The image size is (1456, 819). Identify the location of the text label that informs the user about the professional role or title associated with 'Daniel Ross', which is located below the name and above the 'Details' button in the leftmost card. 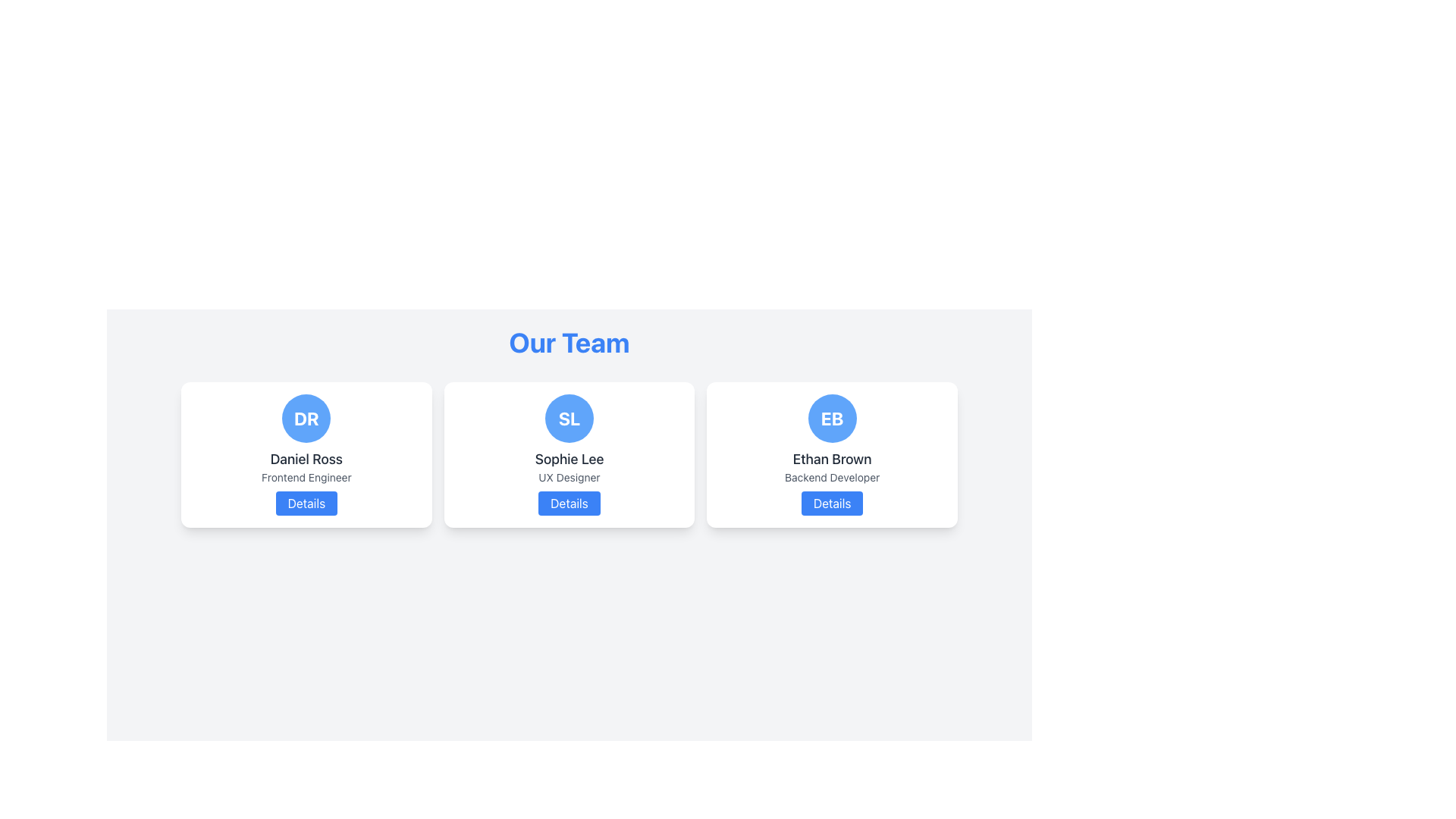
(306, 476).